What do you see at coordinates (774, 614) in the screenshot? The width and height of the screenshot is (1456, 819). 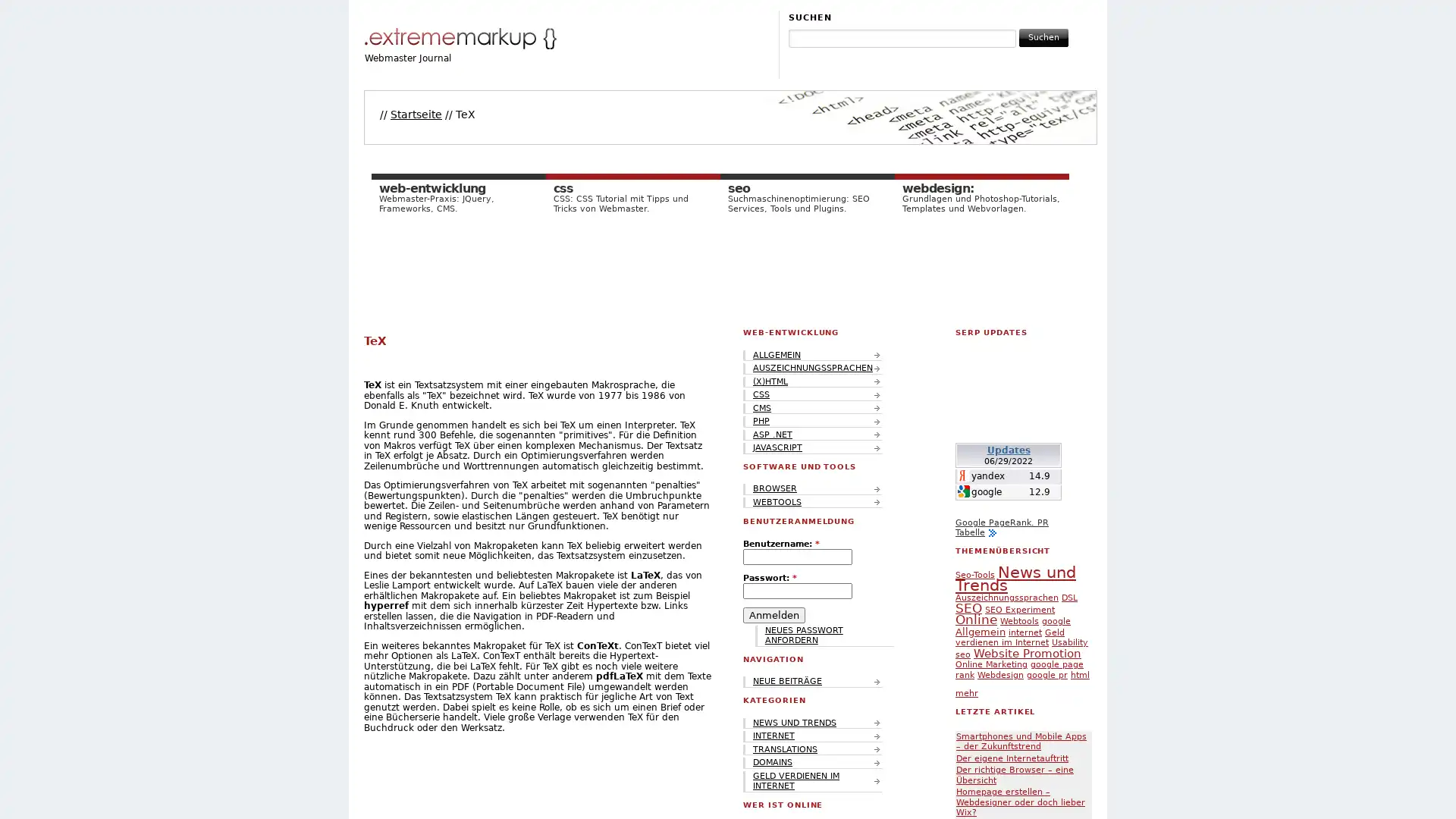 I see `Anmelden` at bounding box center [774, 614].